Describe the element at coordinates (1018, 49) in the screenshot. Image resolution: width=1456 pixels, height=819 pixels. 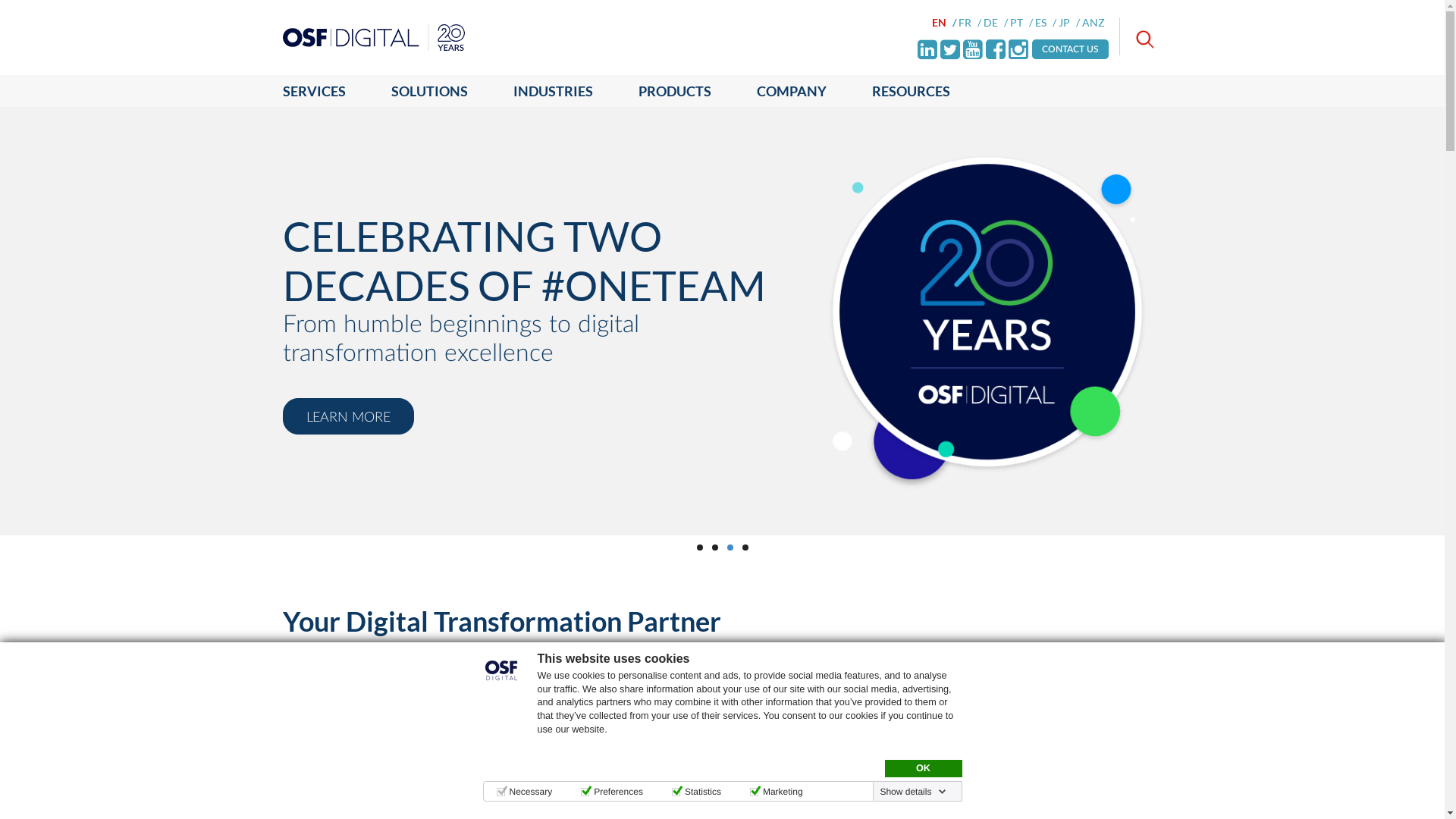
I see `'Instagram'` at that location.